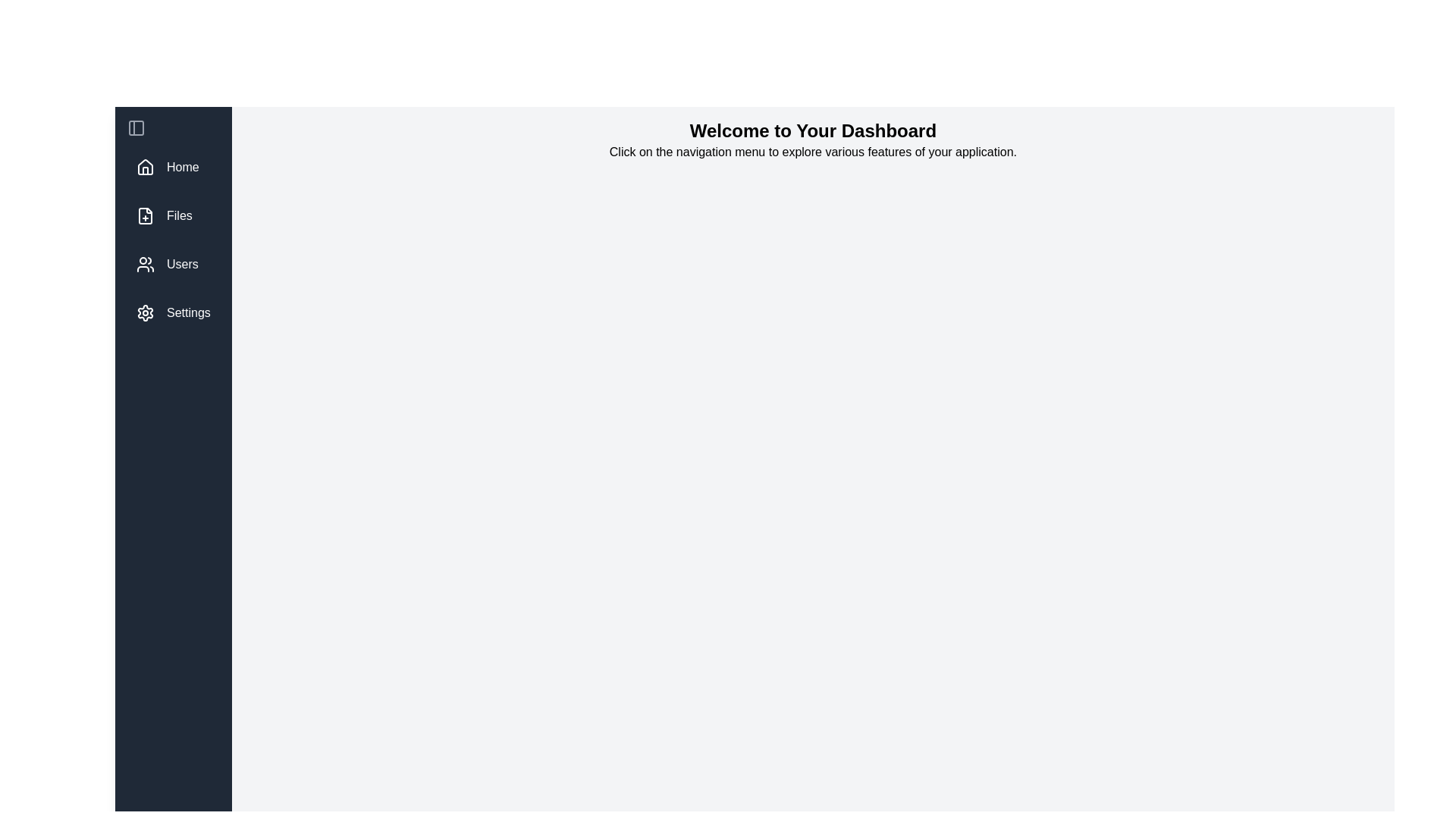  Describe the element at coordinates (146, 263) in the screenshot. I see `the user icon SVG graphic in the vertical navigation menu, which is located directly before the 'Users' label and above the 'Settings' menu item` at that location.